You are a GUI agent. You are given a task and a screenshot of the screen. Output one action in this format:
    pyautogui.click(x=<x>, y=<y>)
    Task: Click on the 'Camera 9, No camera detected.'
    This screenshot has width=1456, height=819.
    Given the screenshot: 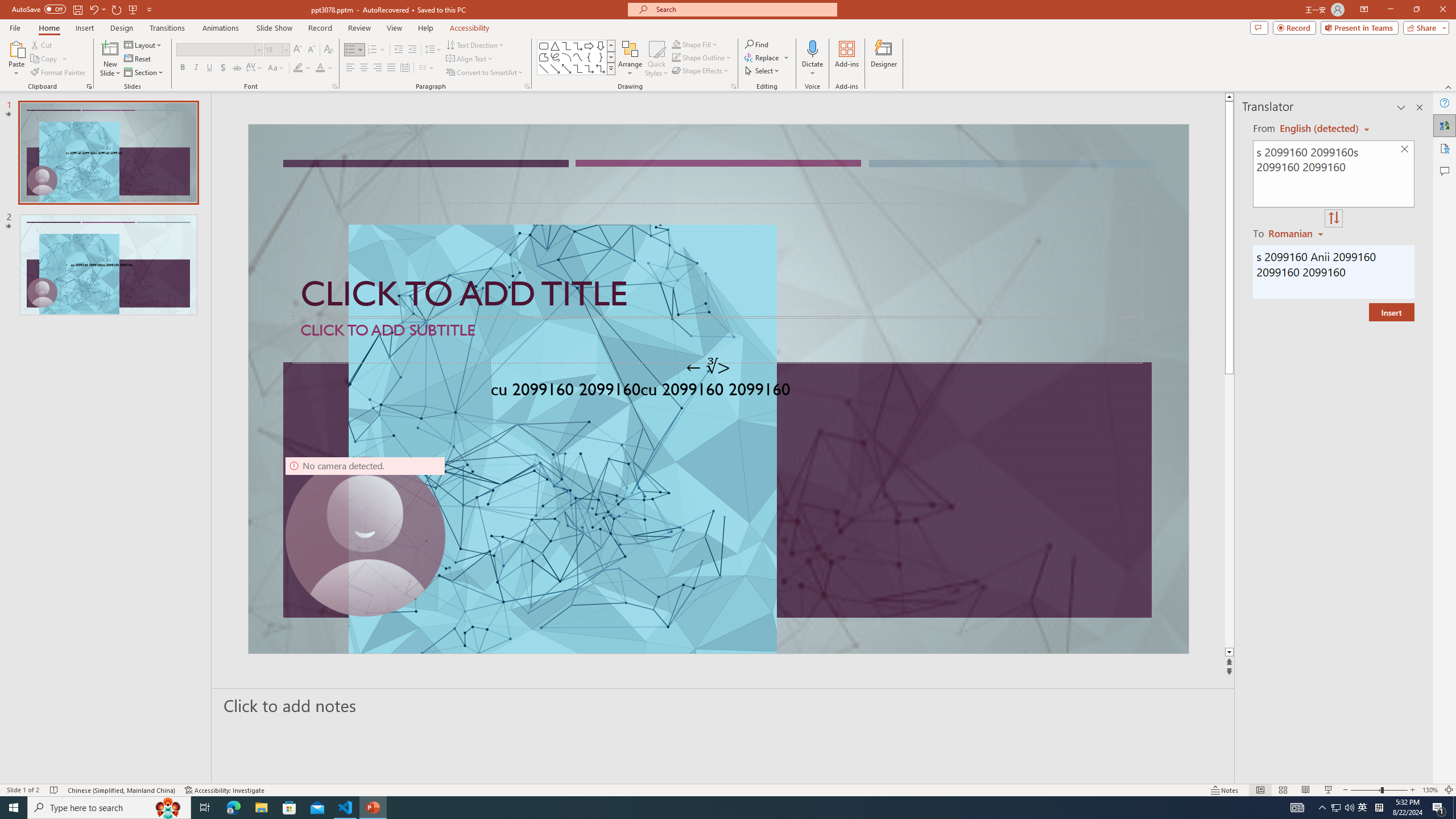 What is the action you would take?
    pyautogui.click(x=364, y=536)
    